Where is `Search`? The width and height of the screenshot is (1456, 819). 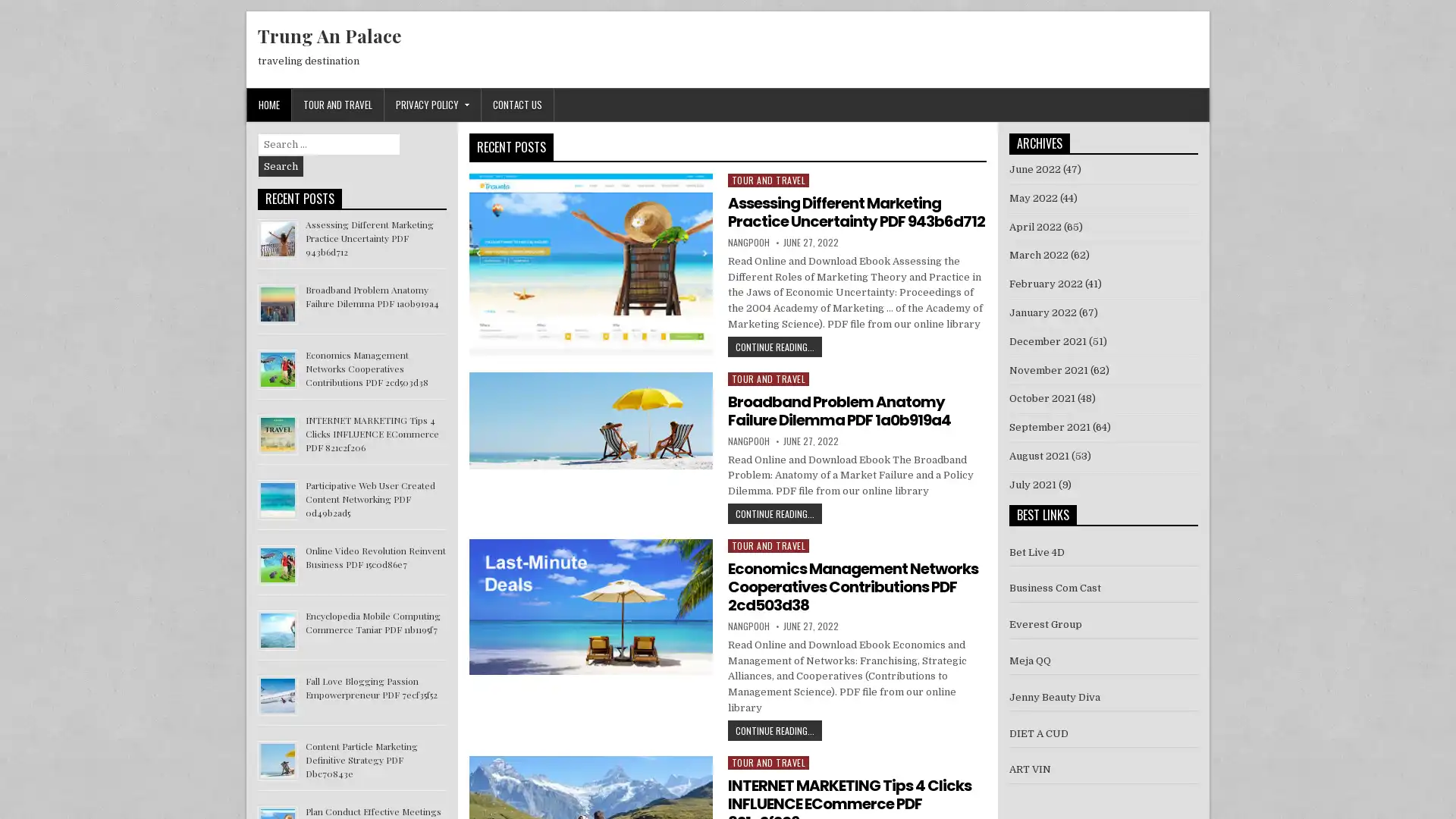
Search is located at coordinates (281, 166).